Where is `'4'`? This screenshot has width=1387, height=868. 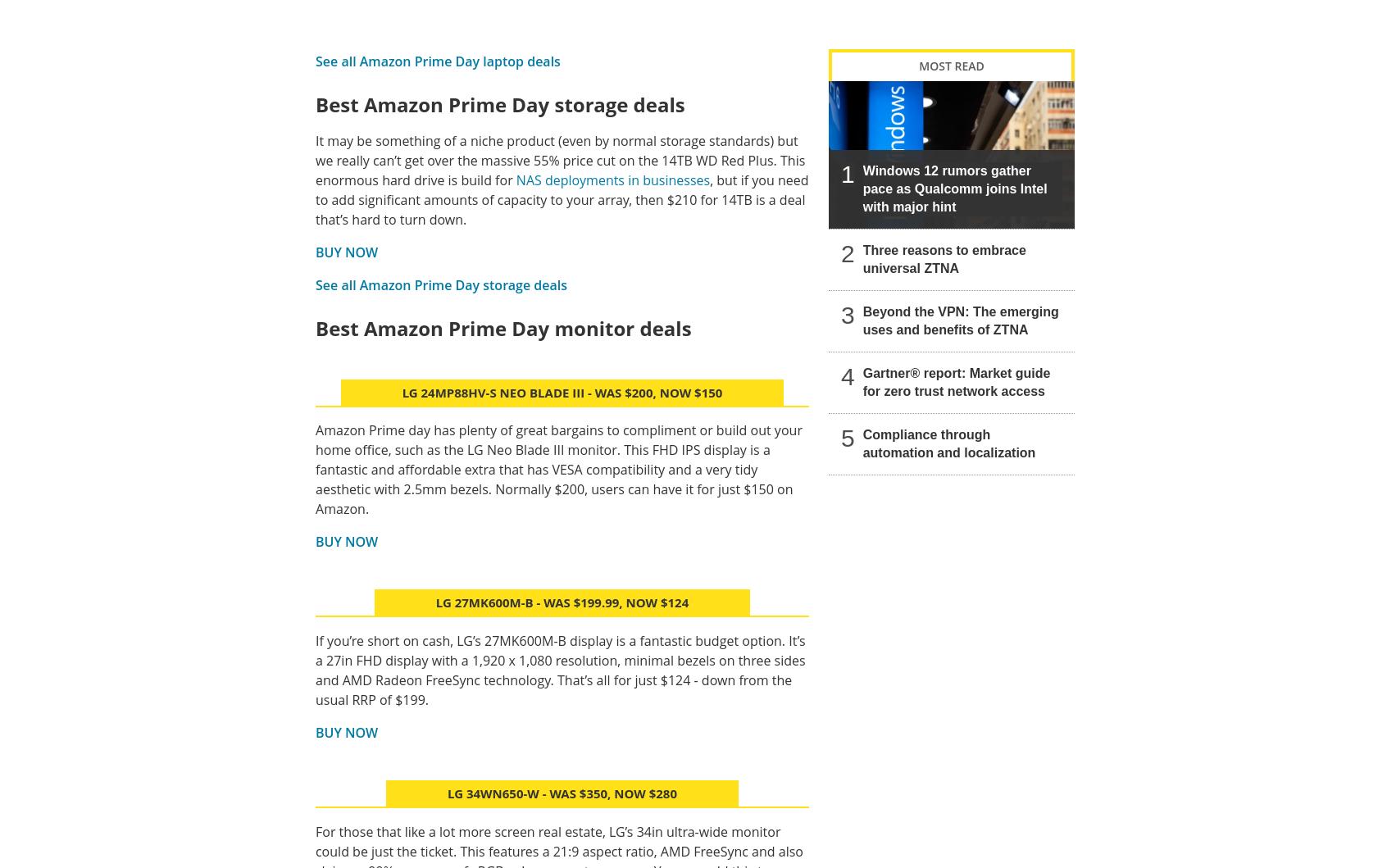
'4' is located at coordinates (846, 375).